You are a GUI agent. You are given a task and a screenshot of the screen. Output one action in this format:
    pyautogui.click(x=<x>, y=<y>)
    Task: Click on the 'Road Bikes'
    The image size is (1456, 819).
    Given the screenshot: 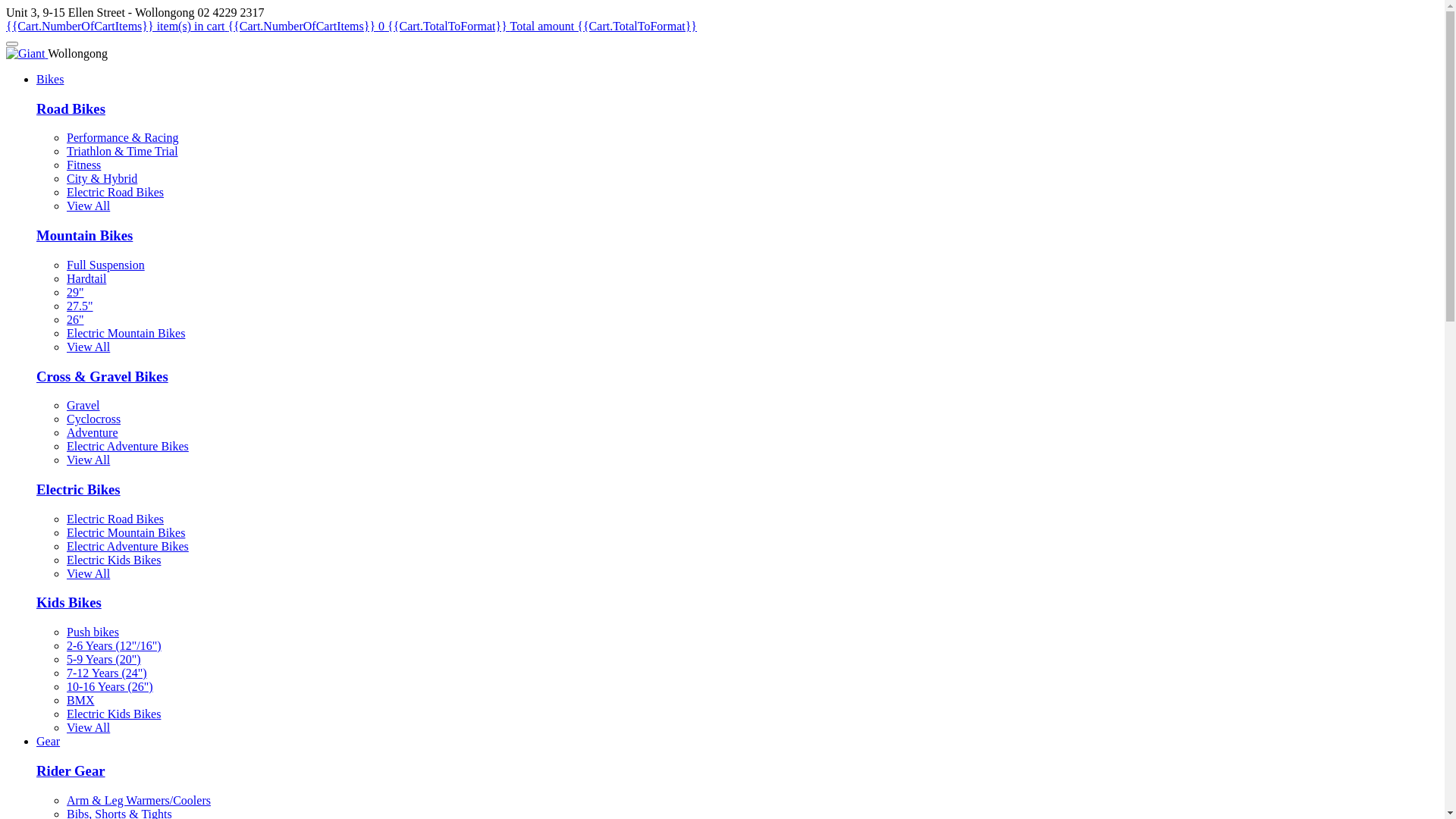 What is the action you would take?
    pyautogui.click(x=70, y=108)
    